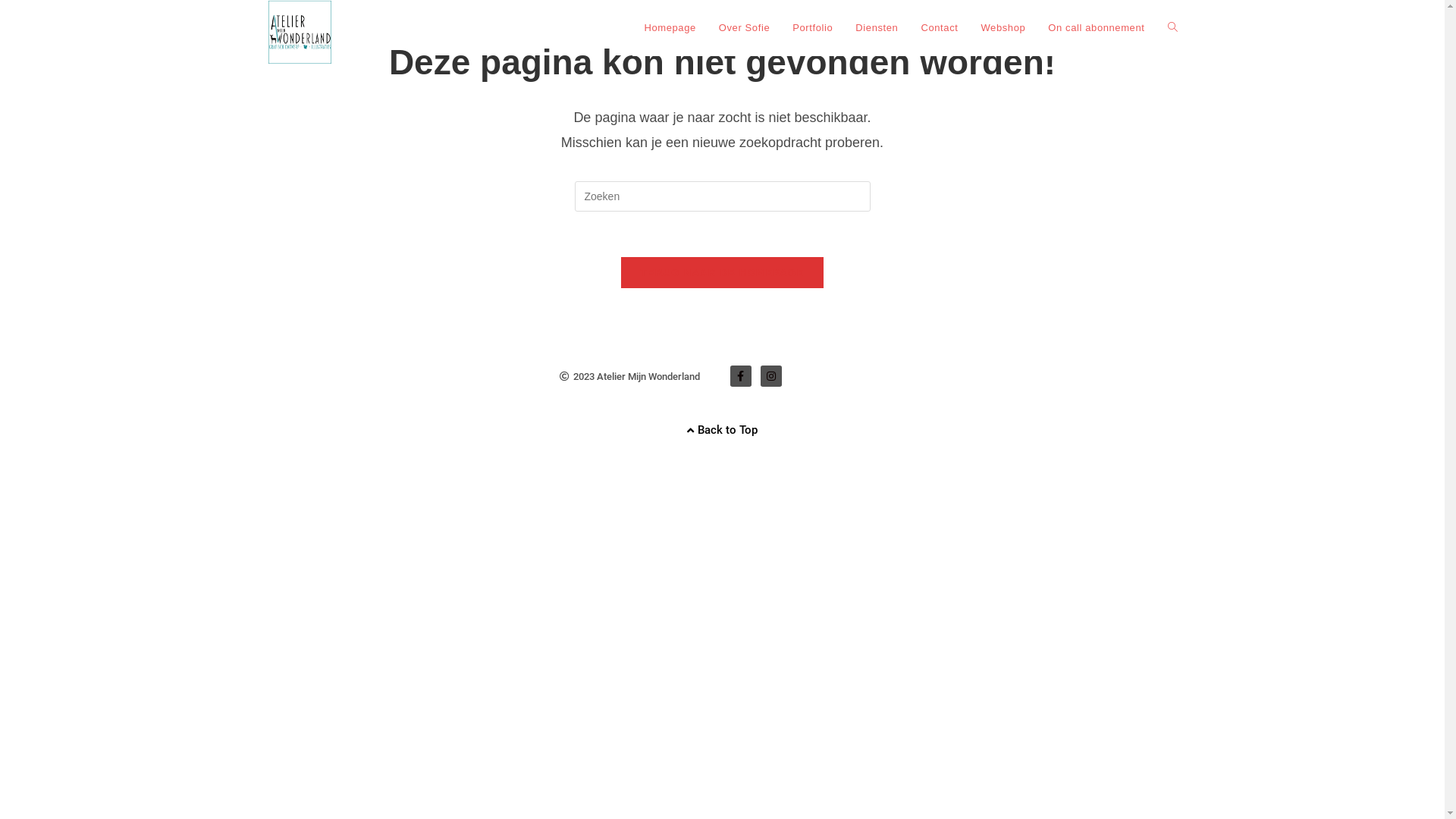  What do you see at coordinates (744, 28) in the screenshot?
I see `'Over Sofie'` at bounding box center [744, 28].